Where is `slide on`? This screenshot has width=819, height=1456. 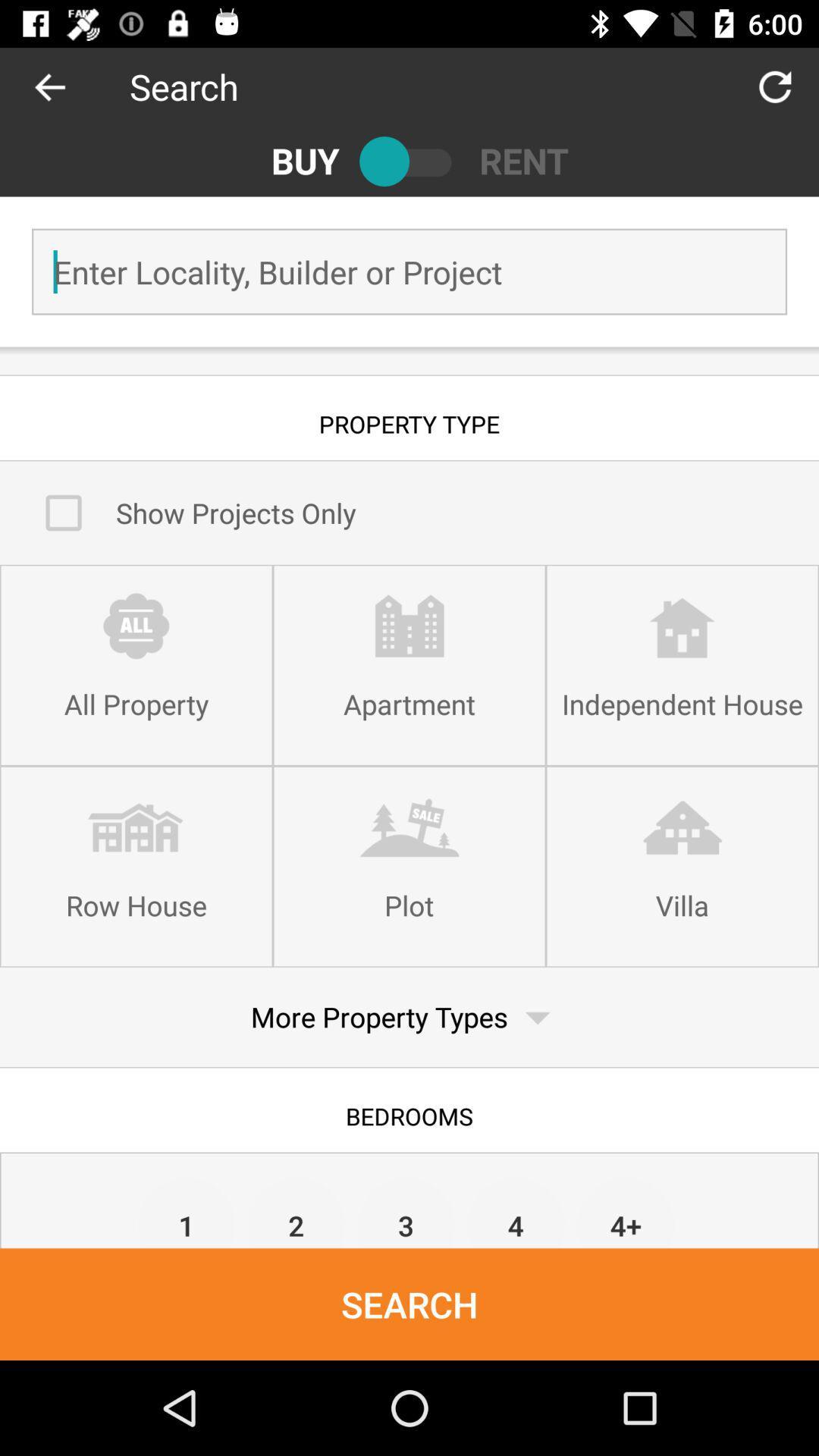 slide on is located at coordinates (409, 161).